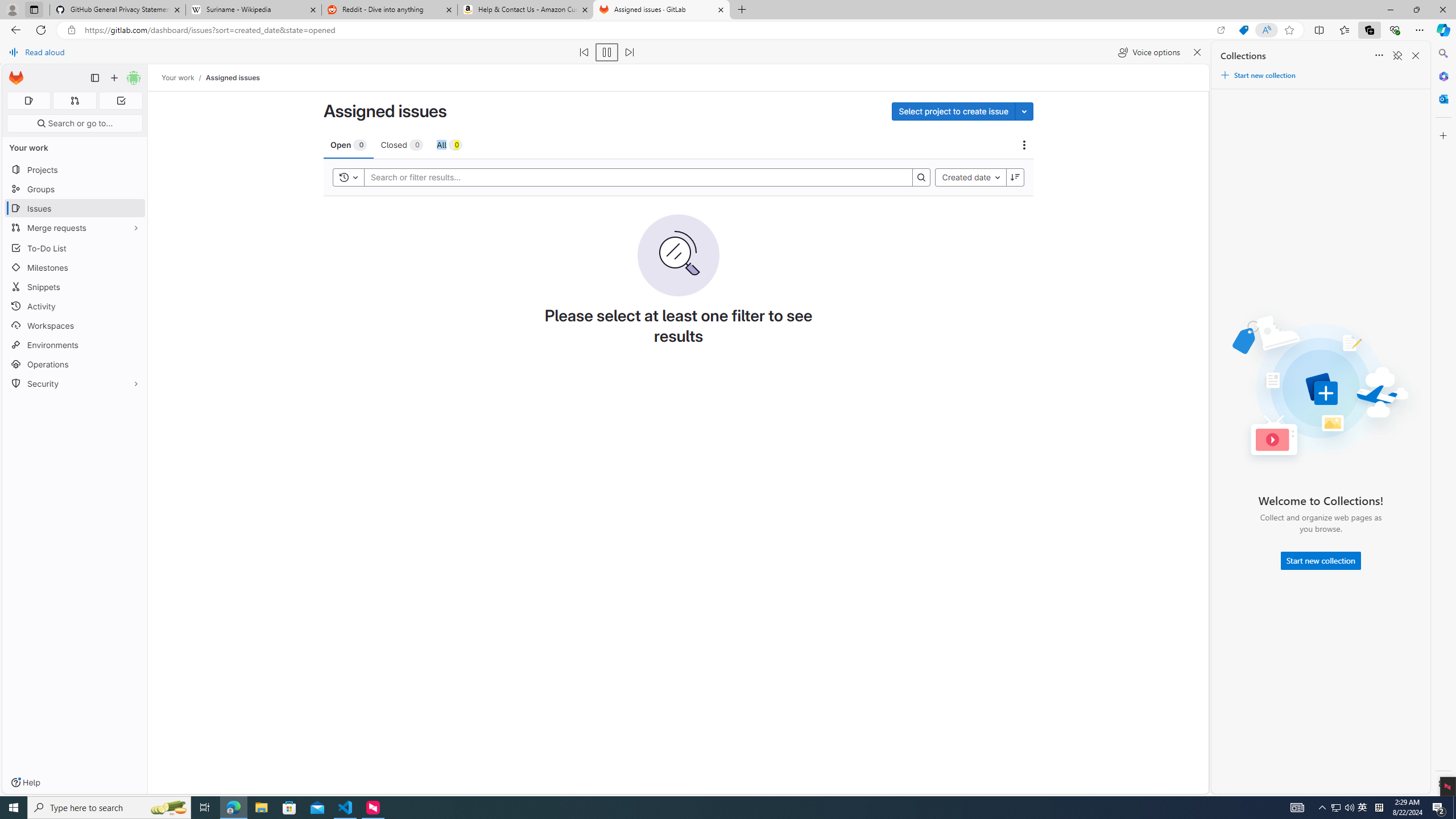  I want to click on 'Toggle history', so click(348, 176).